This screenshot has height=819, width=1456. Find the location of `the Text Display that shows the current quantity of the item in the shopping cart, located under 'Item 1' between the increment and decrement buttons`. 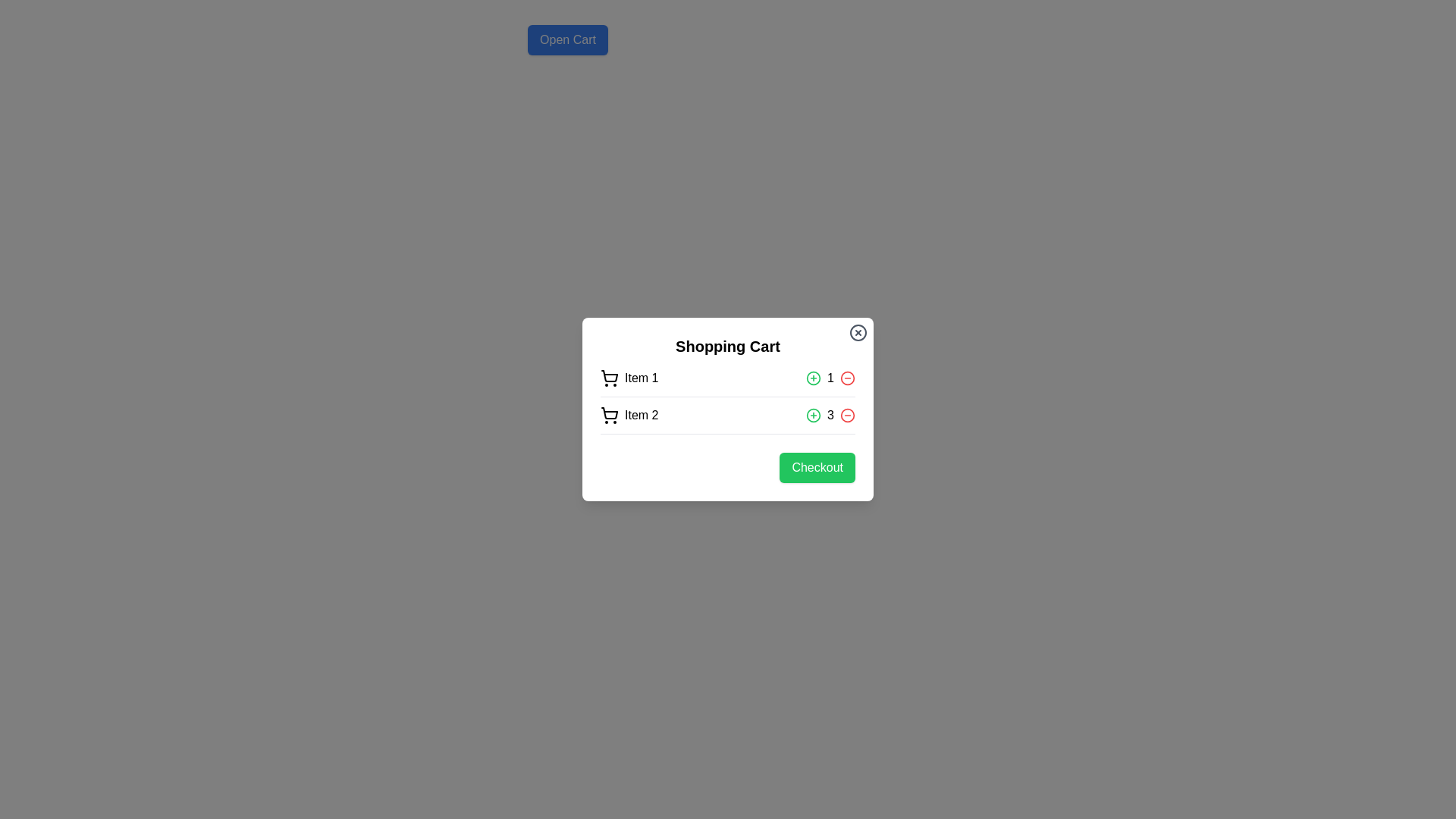

the Text Display that shows the current quantity of the item in the shopping cart, located under 'Item 1' between the increment and decrement buttons is located at coordinates (830, 377).